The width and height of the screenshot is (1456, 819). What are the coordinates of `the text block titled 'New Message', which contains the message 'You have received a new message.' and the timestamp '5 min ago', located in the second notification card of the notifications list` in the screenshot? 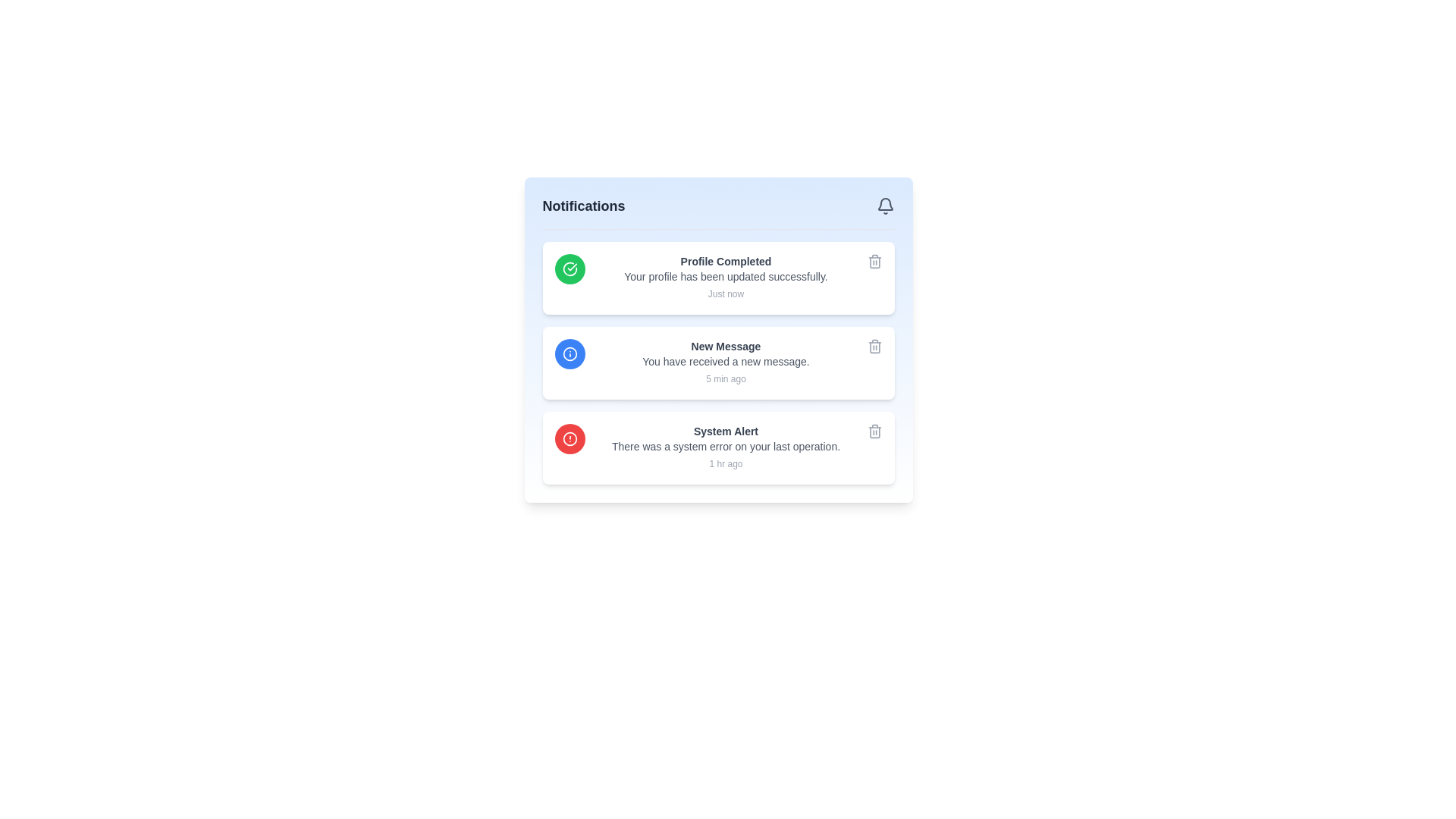 It's located at (725, 362).